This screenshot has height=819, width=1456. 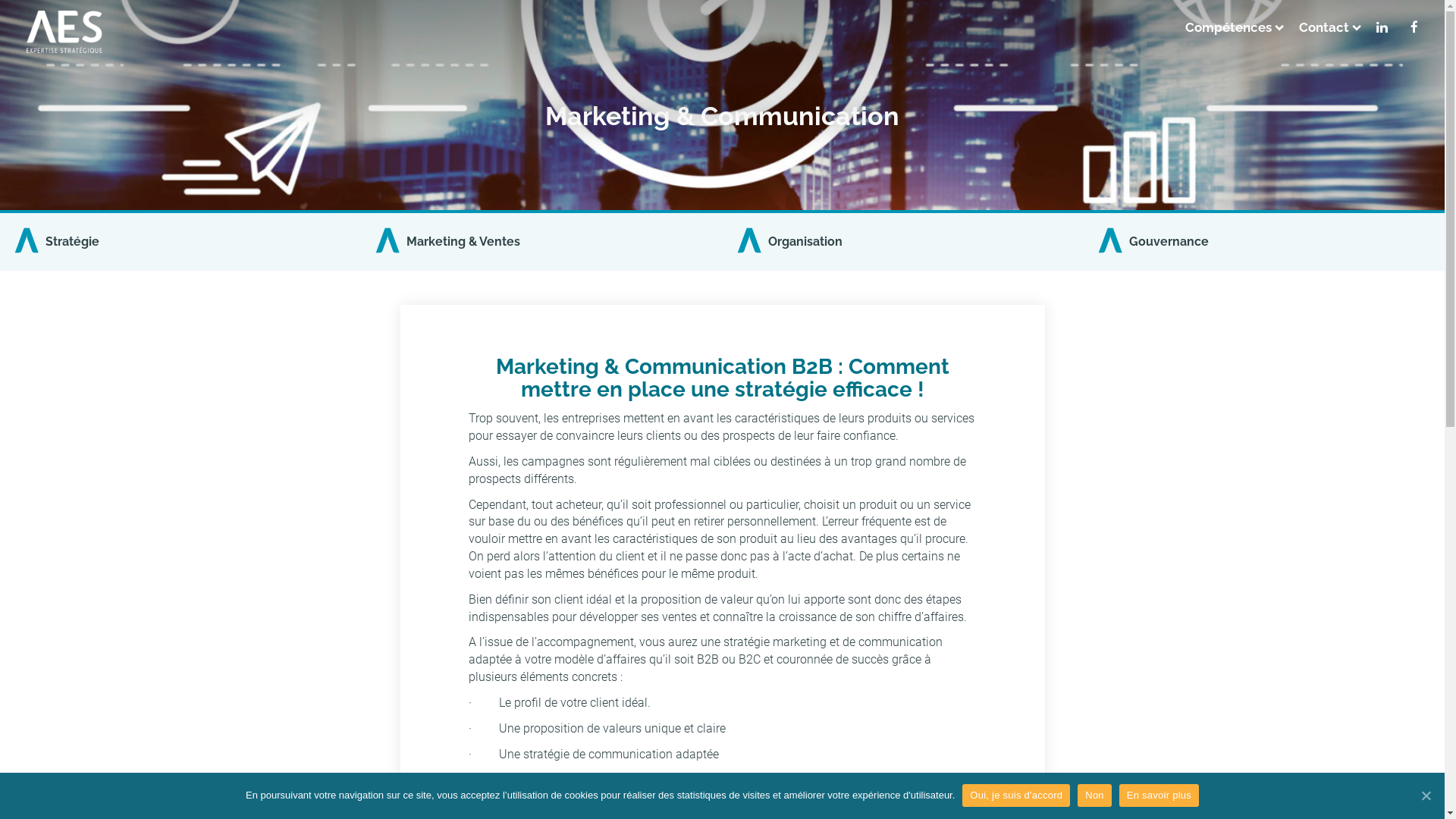 What do you see at coordinates (1414, 23) in the screenshot?
I see `'<i class="fa fa-facebook"></i>'` at bounding box center [1414, 23].